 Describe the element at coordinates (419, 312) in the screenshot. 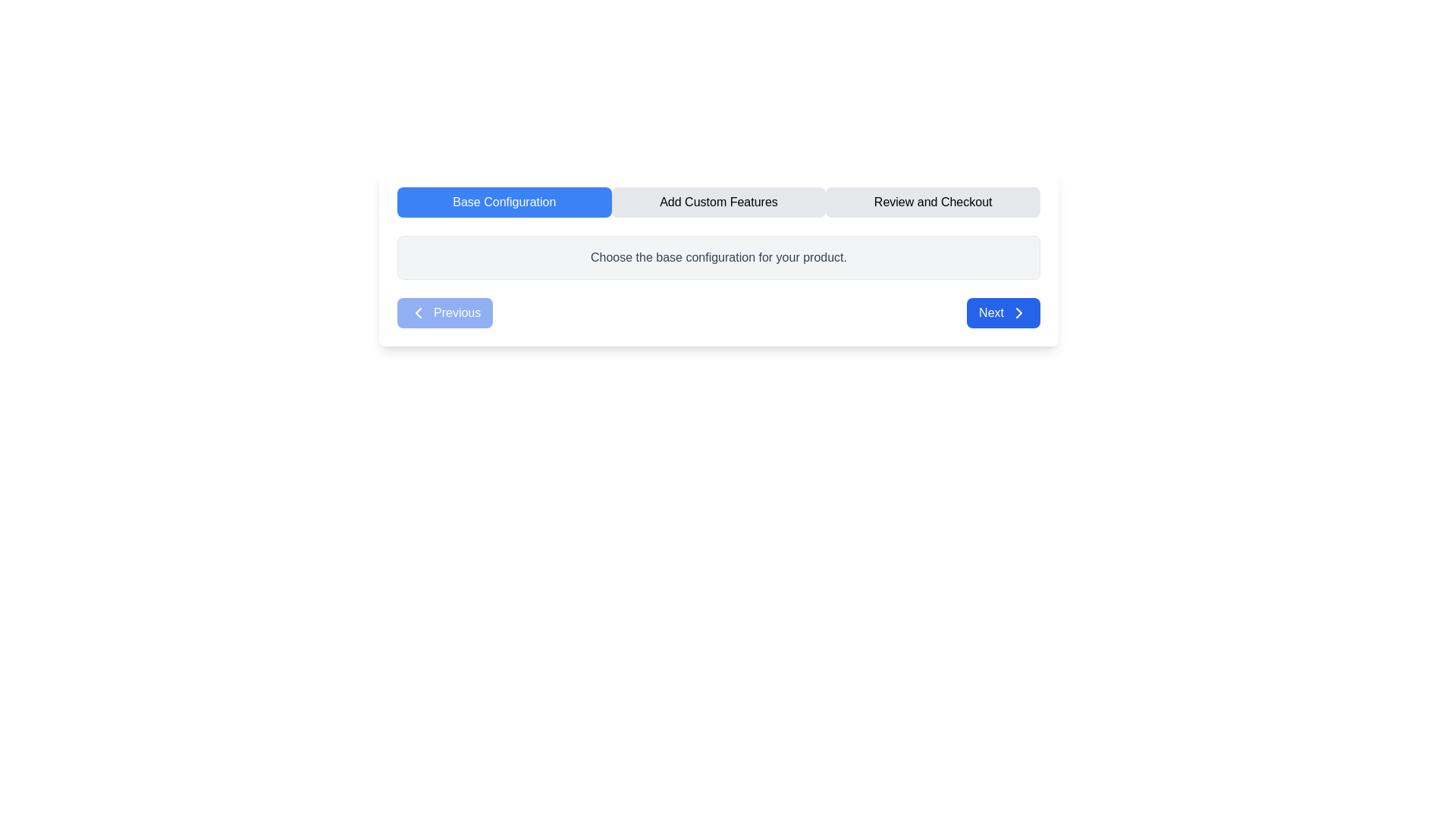

I see `the SVG Icon representing the navigational action to move to the previous step, located adjacent to the 'Previous' button at the bottom-left of the central interface panel` at that location.